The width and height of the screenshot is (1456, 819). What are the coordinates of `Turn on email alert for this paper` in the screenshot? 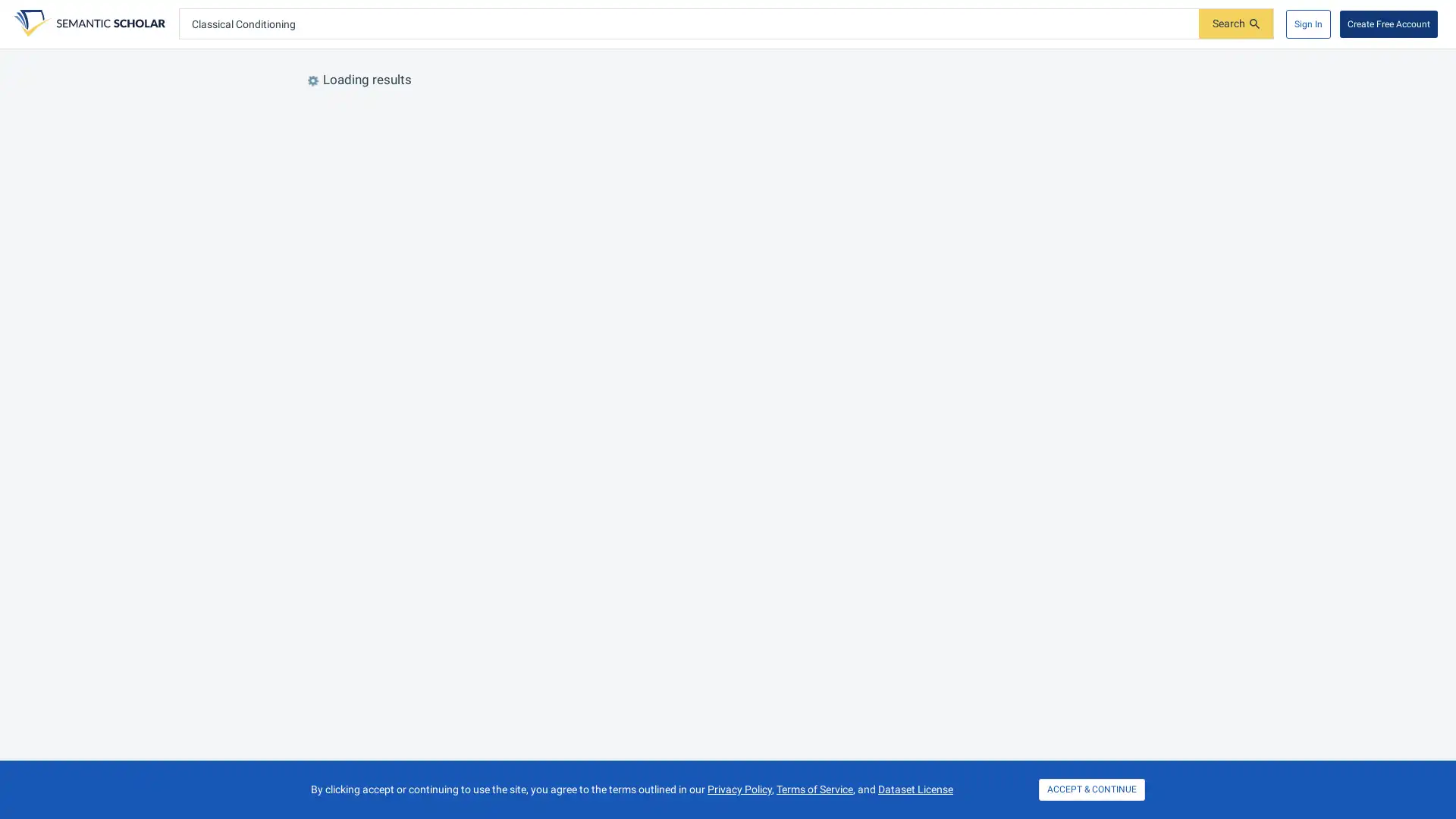 It's located at (457, 205).